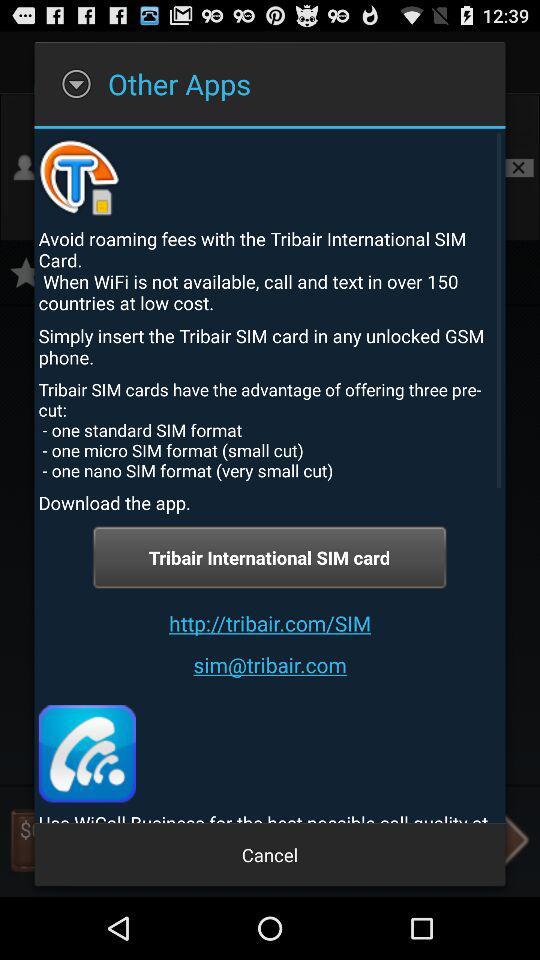 The width and height of the screenshot is (540, 960). What do you see at coordinates (270, 622) in the screenshot?
I see `the http tribair com icon` at bounding box center [270, 622].